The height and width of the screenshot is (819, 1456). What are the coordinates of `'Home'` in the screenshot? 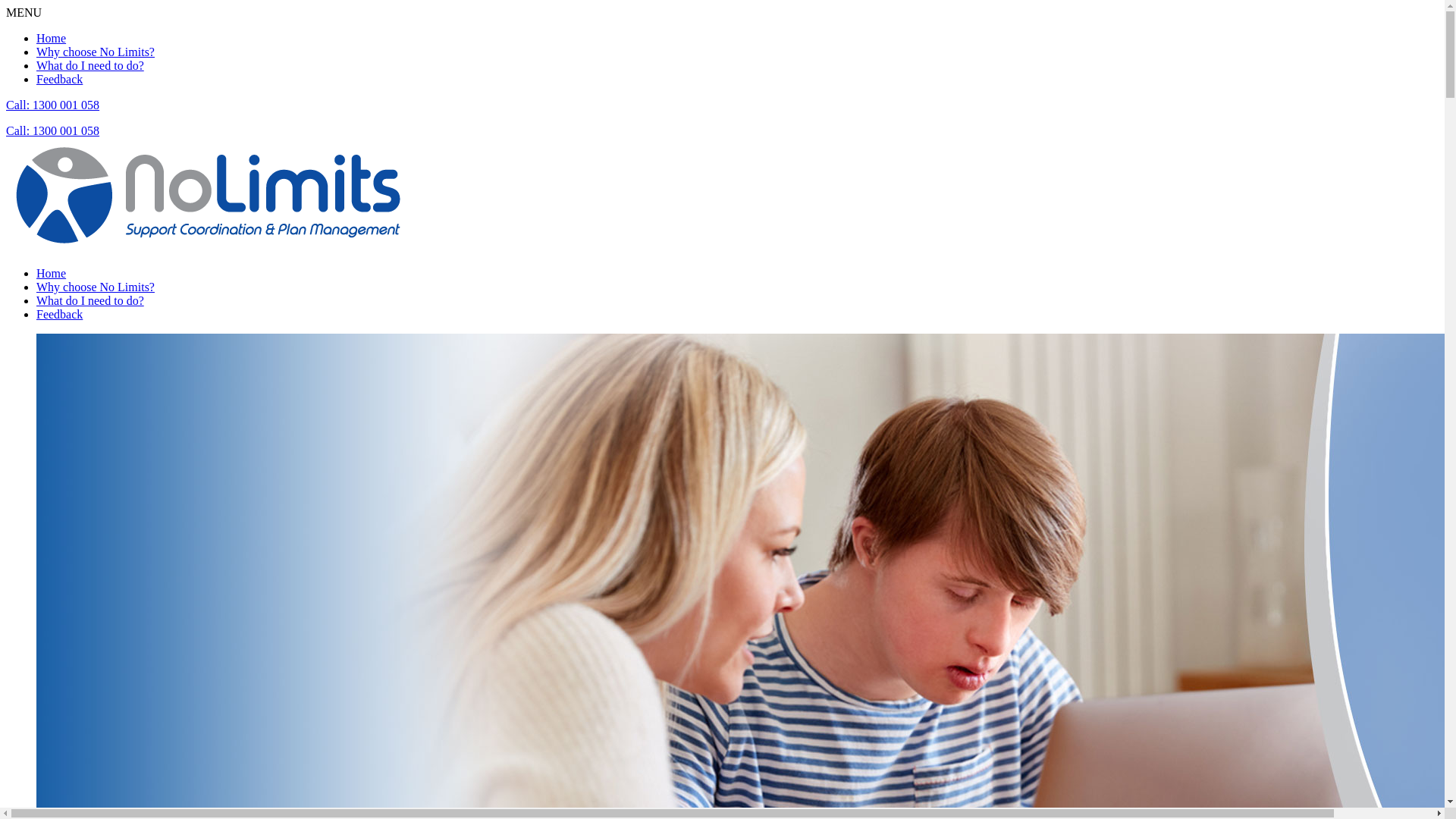 It's located at (51, 273).